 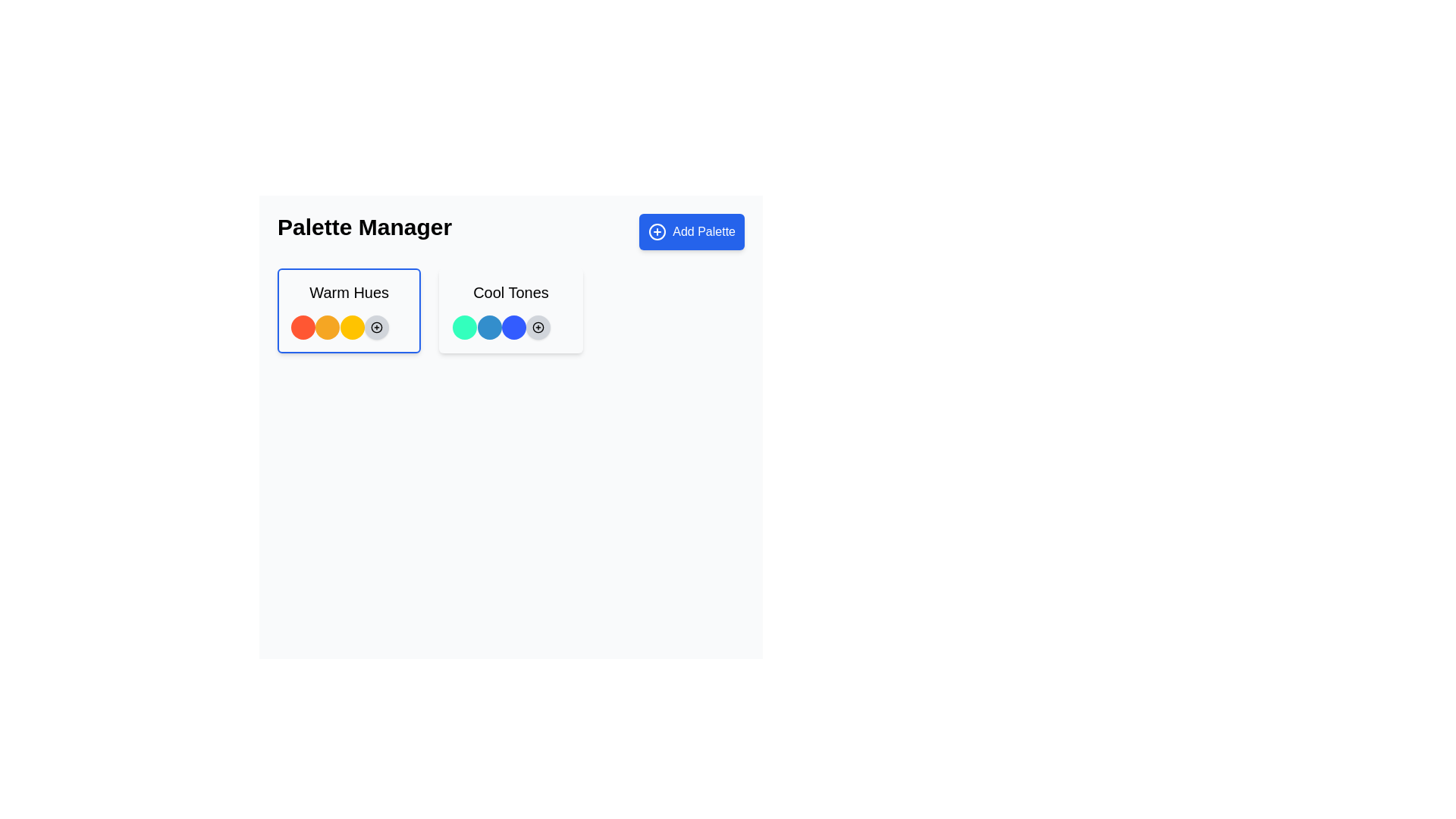 What do you see at coordinates (510, 327) in the screenshot?
I see `the third circular color indicator in the 'Cool Tones' palette card` at bounding box center [510, 327].